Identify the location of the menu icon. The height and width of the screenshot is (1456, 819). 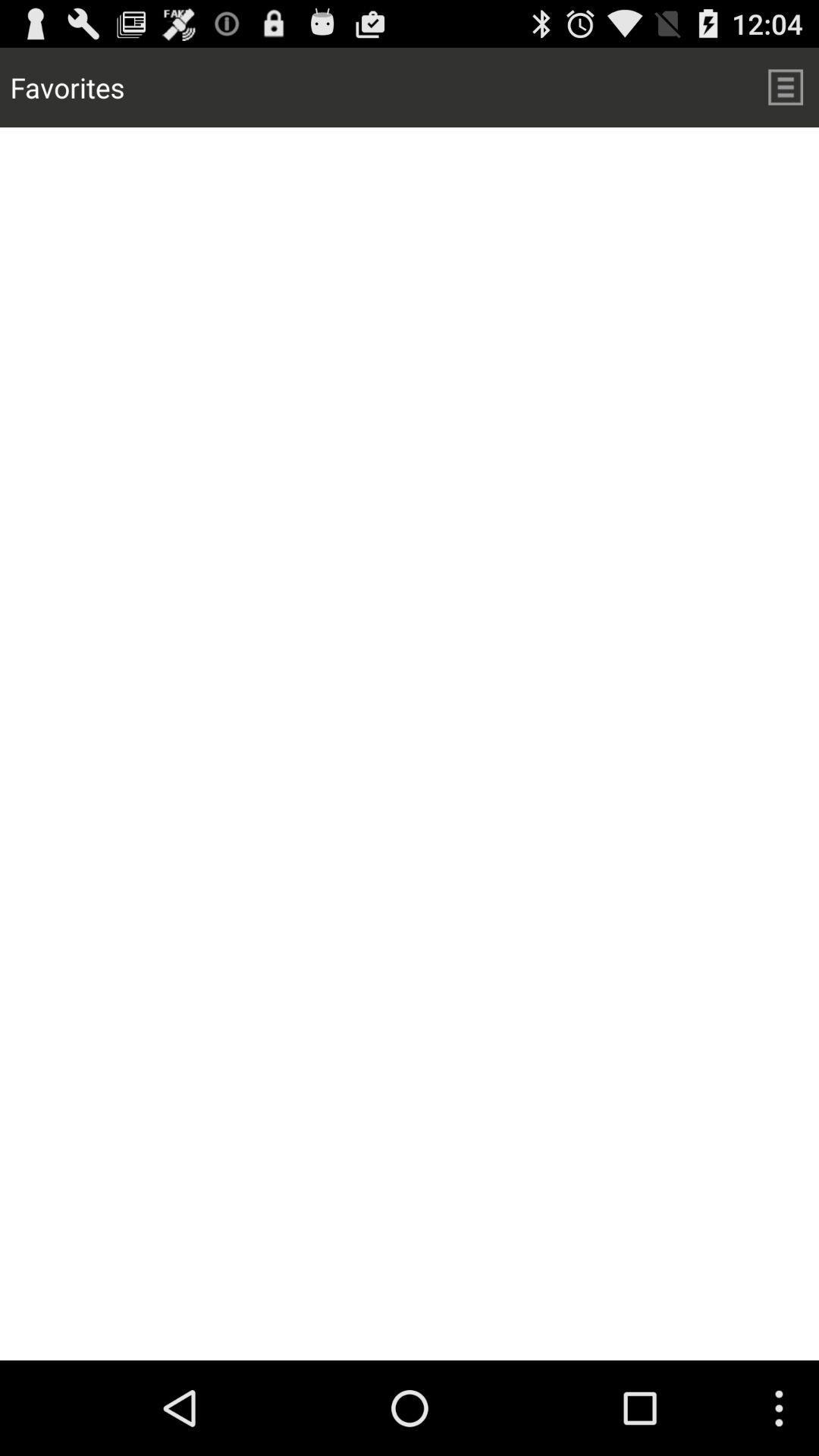
(785, 93).